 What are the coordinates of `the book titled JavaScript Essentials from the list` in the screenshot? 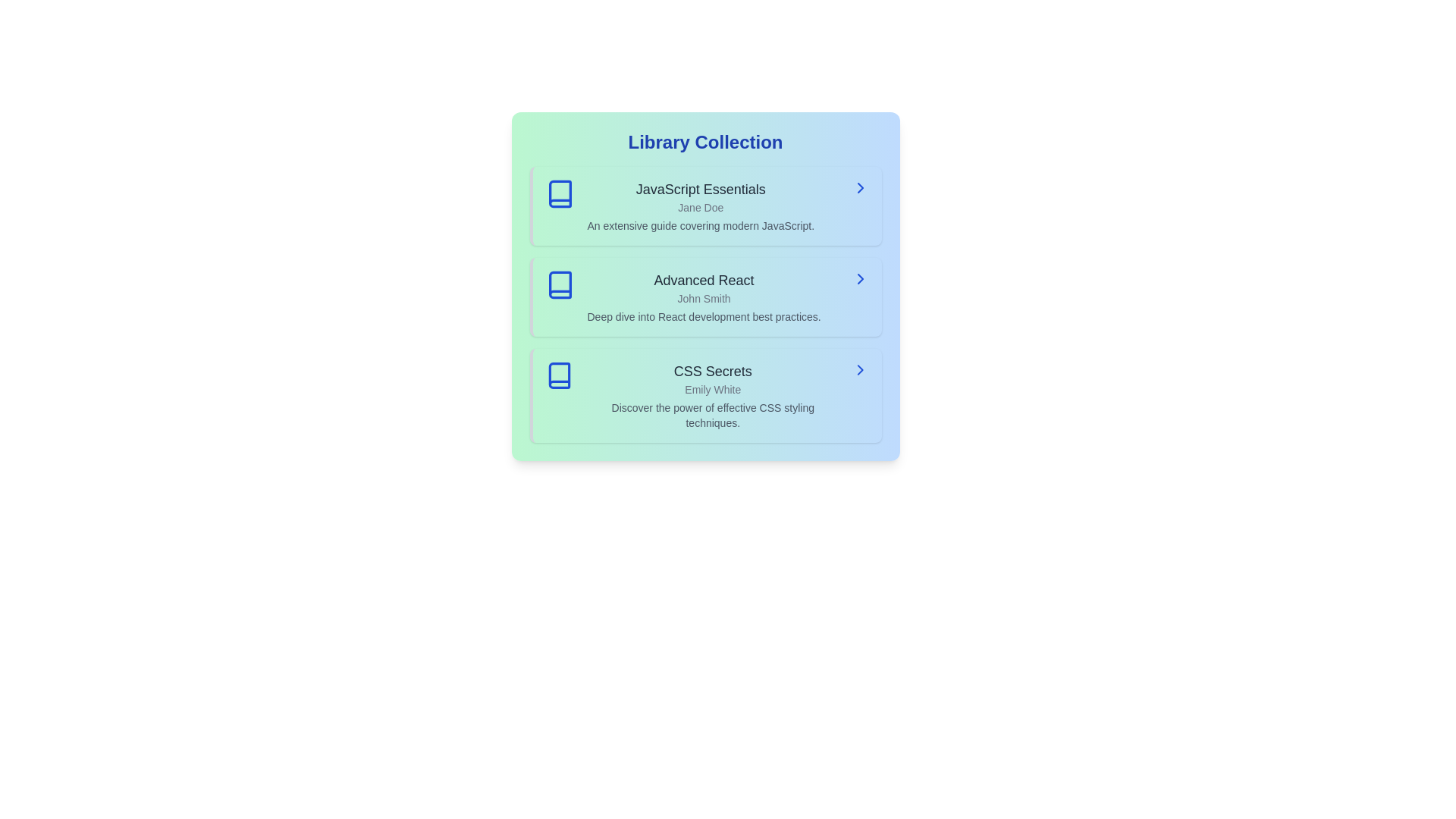 It's located at (704, 206).